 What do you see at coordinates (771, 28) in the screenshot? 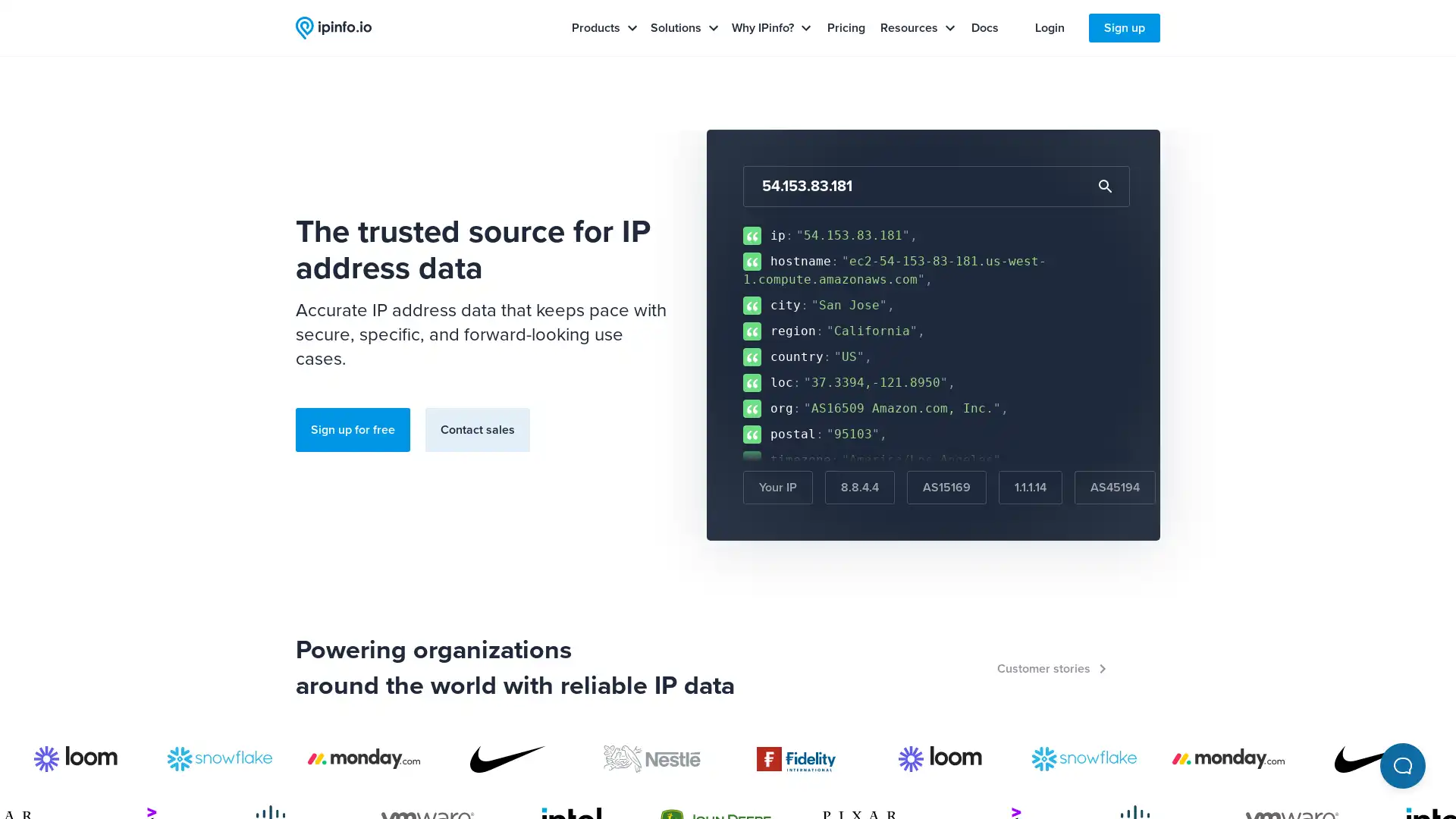
I see `Why IPinfo?` at bounding box center [771, 28].